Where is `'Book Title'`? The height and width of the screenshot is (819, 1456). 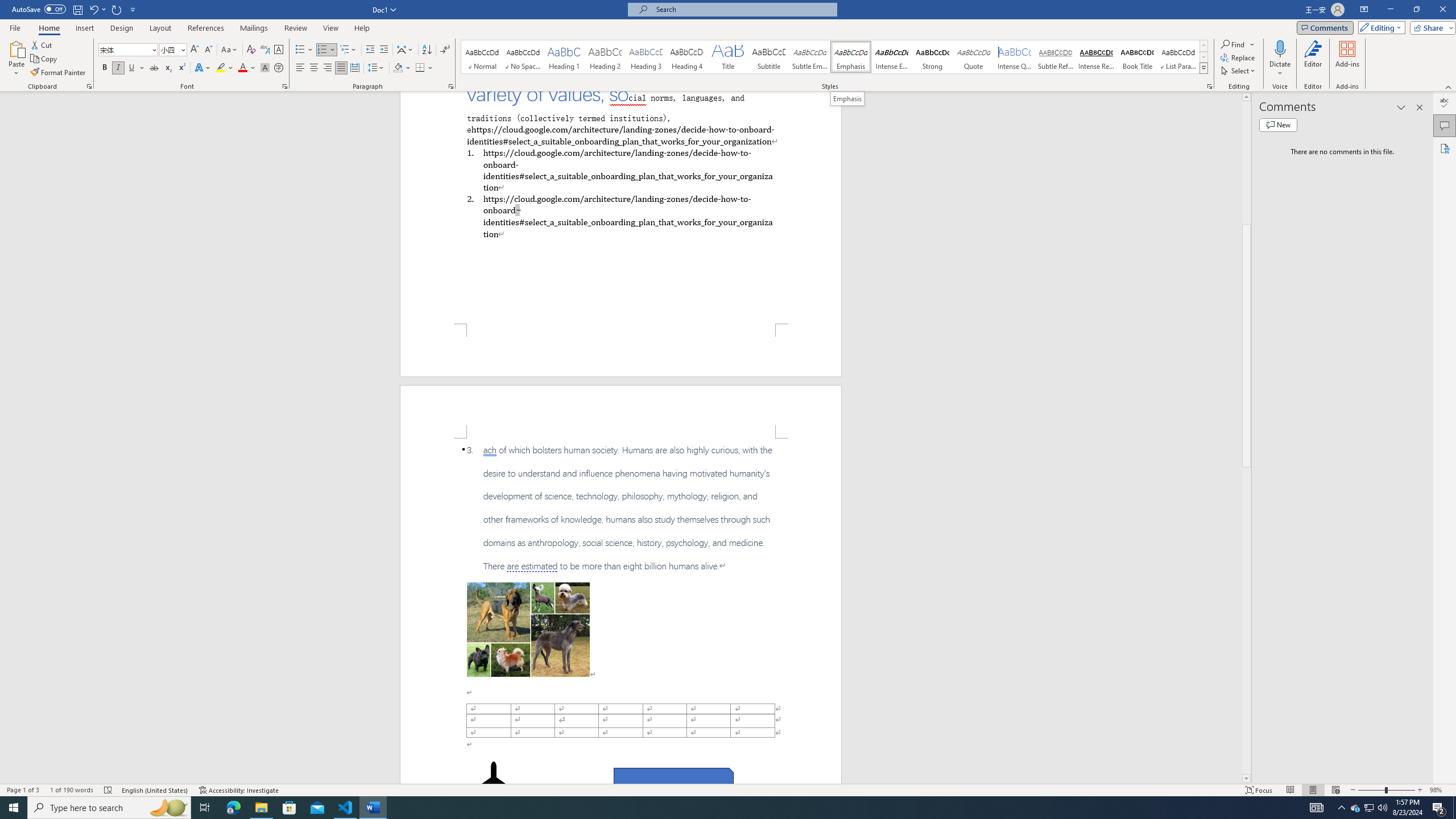 'Book Title' is located at coordinates (1136, 56).